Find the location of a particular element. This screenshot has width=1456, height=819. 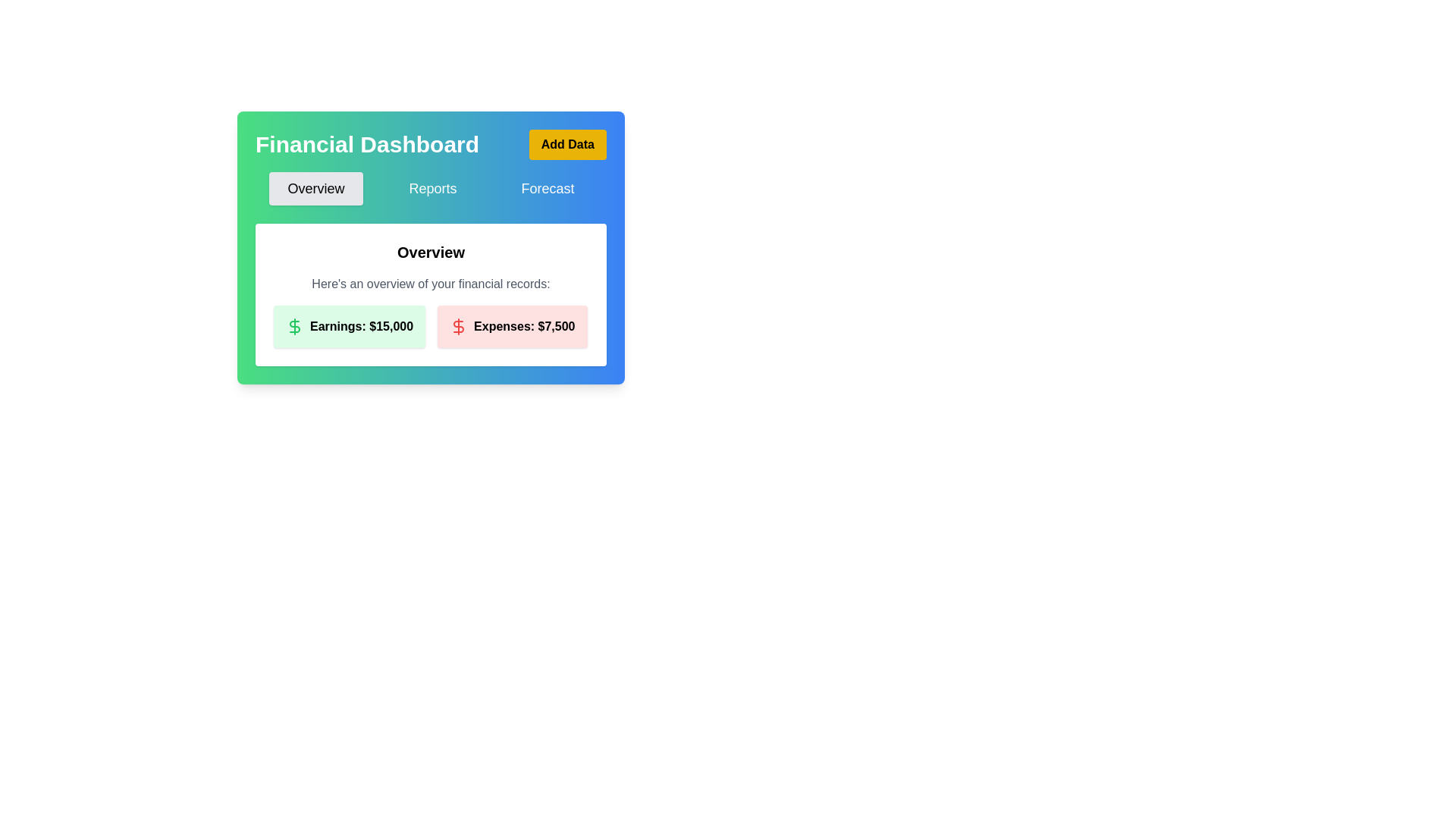

the earnings icon in the financial dashboard, which is located to the far left of the text 'Earnings: $15,000' within a green-highlighted box is located at coordinates (294, 326).